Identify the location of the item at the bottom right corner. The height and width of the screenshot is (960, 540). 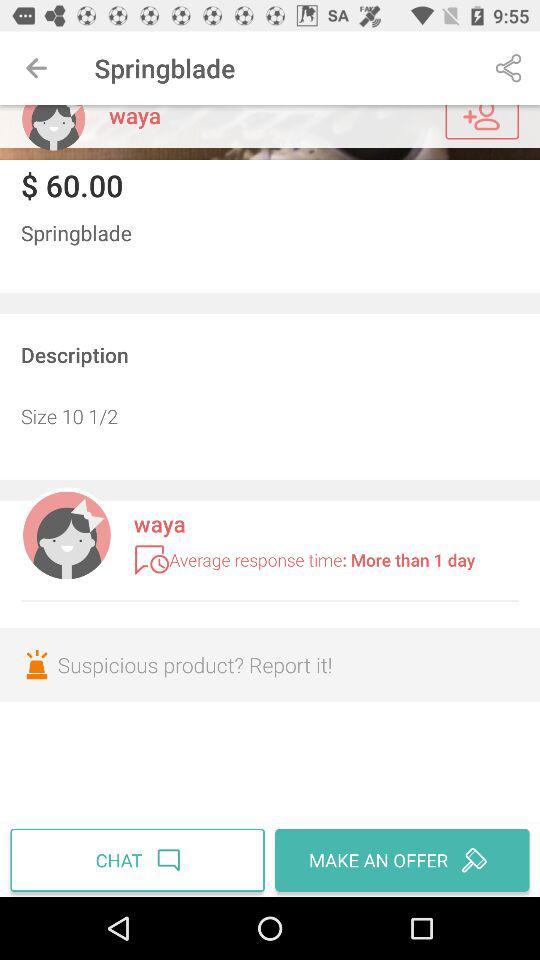
(399, 859).